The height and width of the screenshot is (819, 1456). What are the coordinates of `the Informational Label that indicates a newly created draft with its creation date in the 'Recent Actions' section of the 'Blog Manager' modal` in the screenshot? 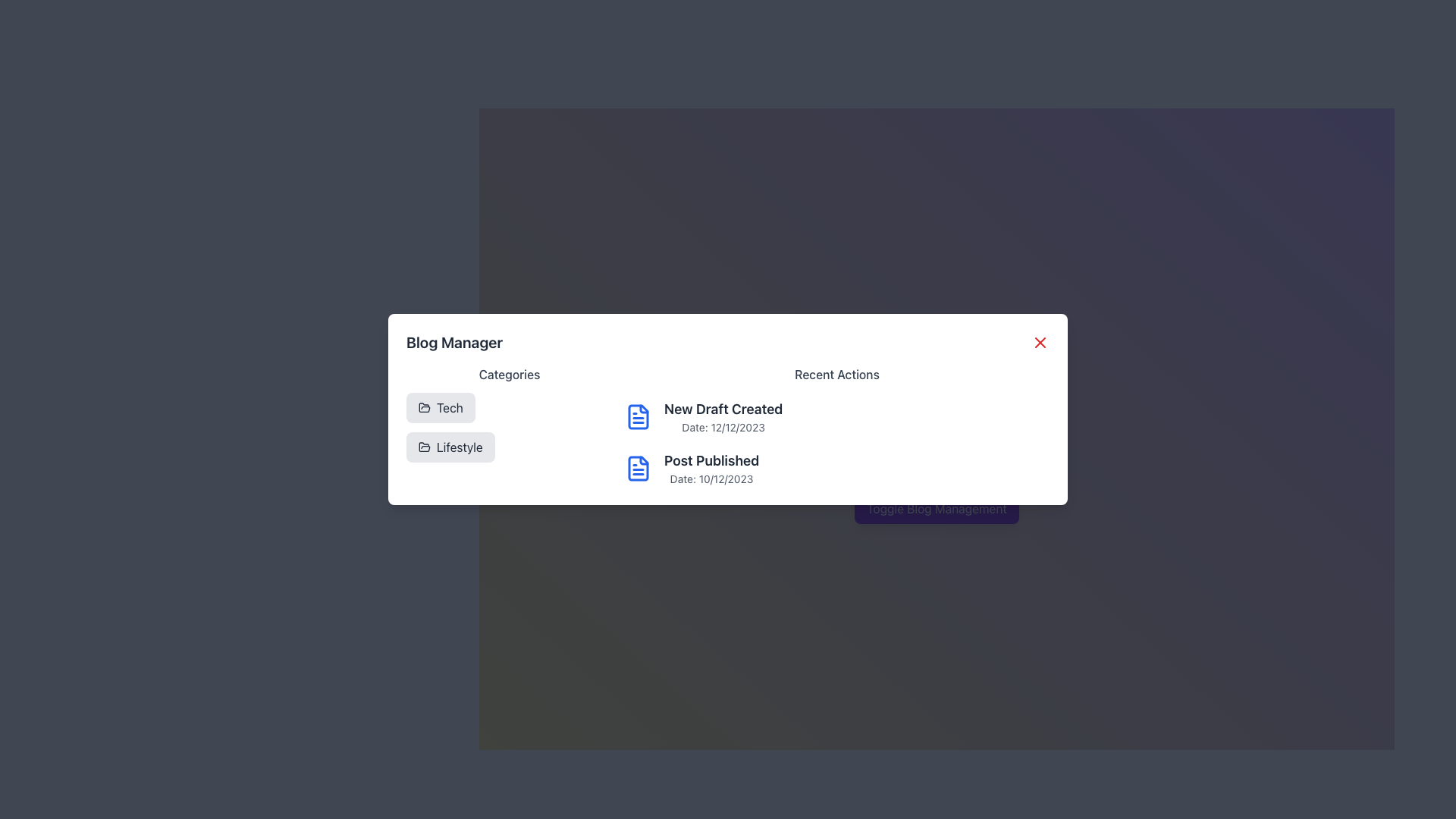 It's located at (723, 417).